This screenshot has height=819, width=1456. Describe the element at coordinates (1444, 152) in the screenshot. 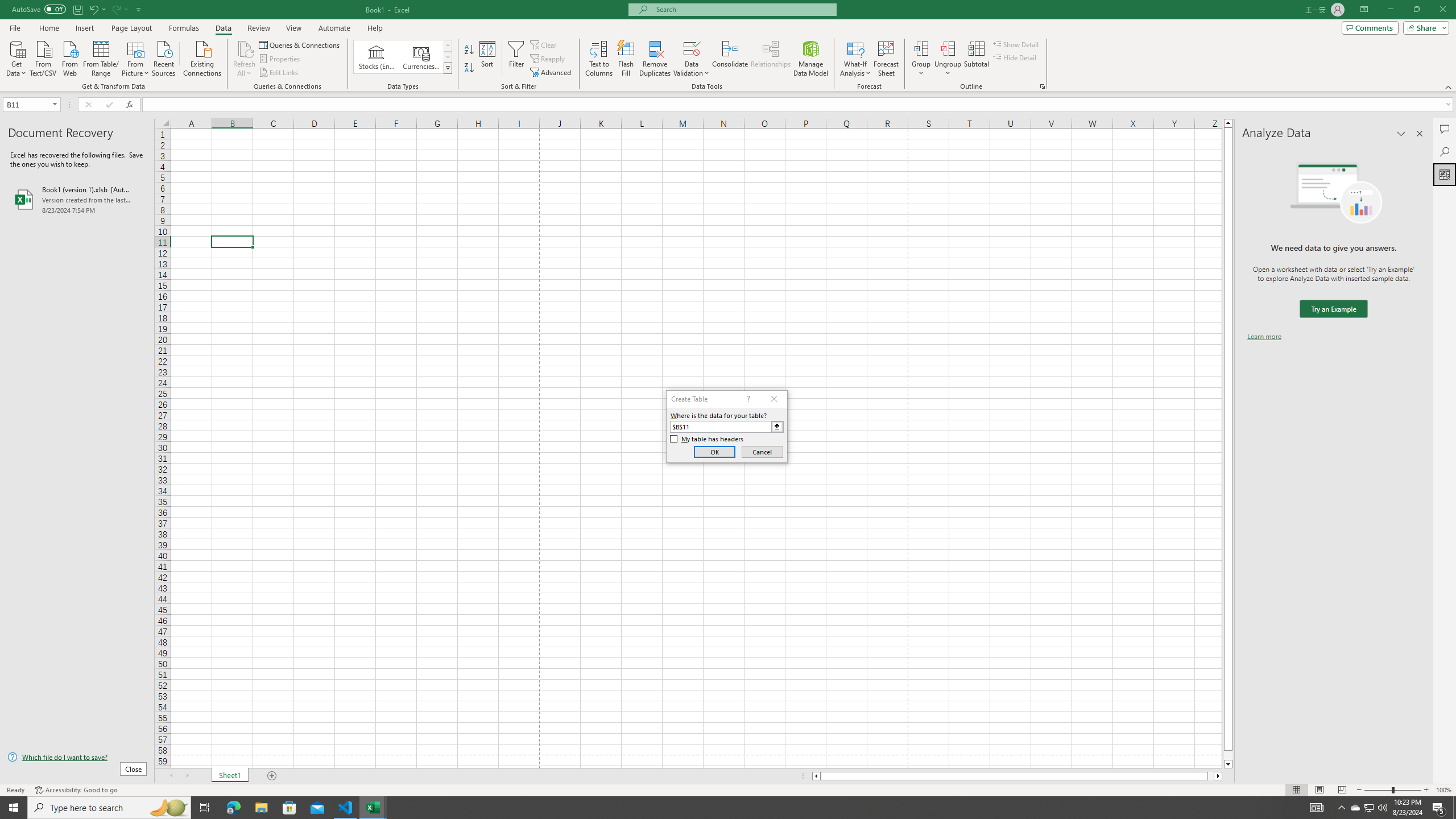

I see `'Search'` at that location.